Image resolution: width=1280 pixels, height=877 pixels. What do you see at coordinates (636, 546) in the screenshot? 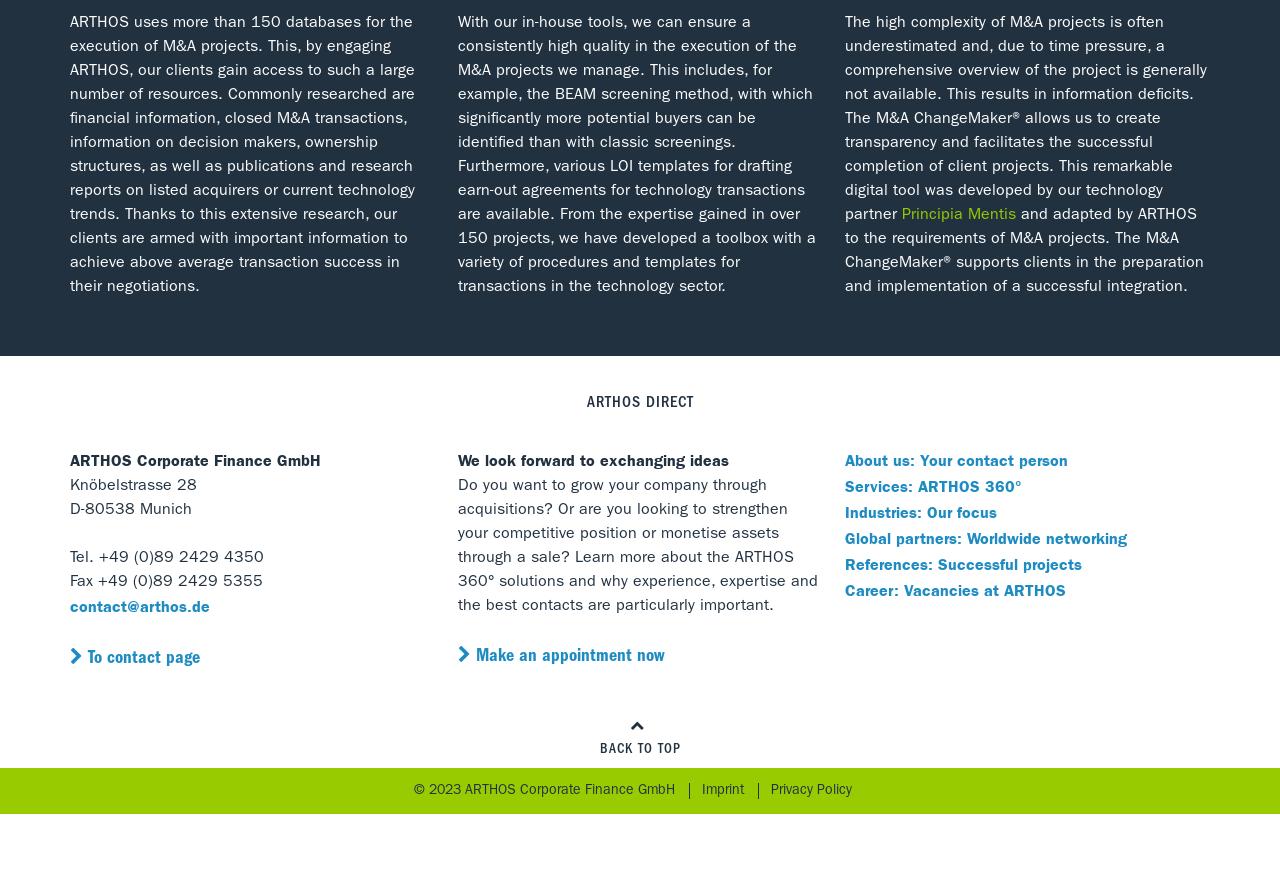
I see `'Do you want to grow your company through acquisitions? Or are you looking to strengthen your competitive position or monetise assets through a sale? Learn more about the ARTHOS 360° solutions and why experience, expertise and the best contacts are particularly important.'` at bounding box center [636, 546].